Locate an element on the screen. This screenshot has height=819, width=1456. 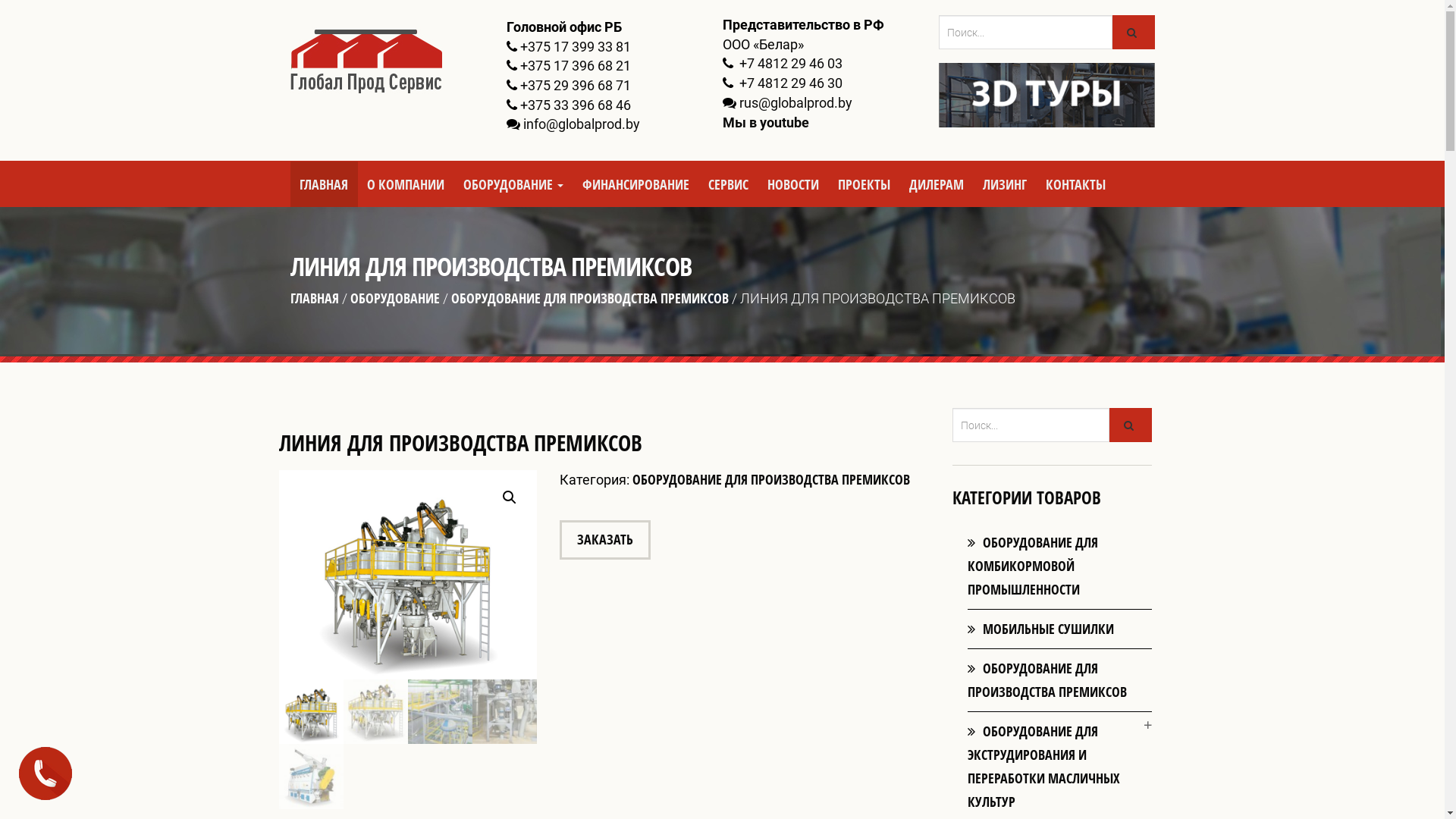
'premiksi1' is located at coordinates (537, 567).